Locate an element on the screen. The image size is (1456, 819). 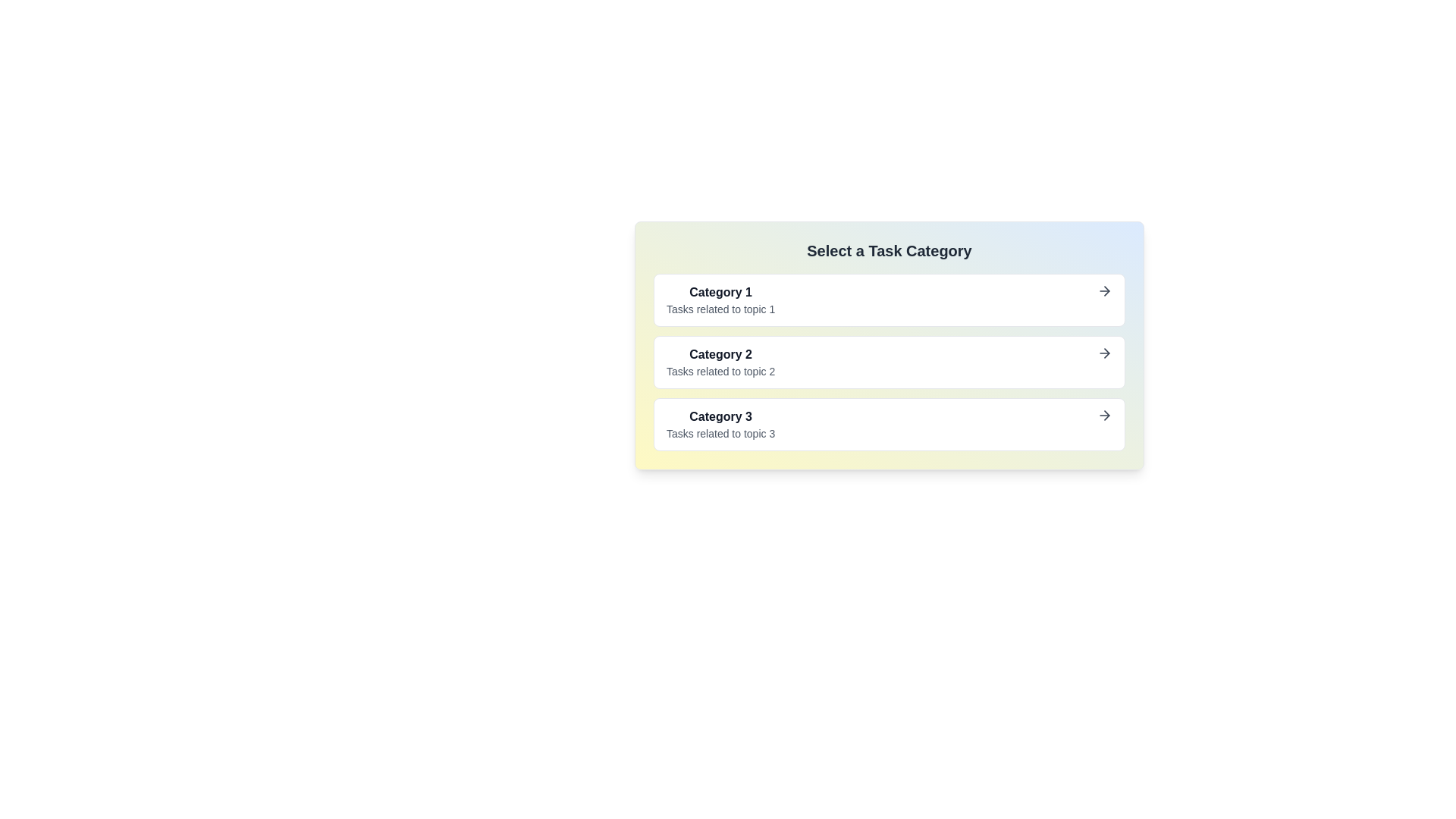
the navigation icon located to the far right side of 'Category 3' in the third row of the menu is located at coordinates (1106, 415).